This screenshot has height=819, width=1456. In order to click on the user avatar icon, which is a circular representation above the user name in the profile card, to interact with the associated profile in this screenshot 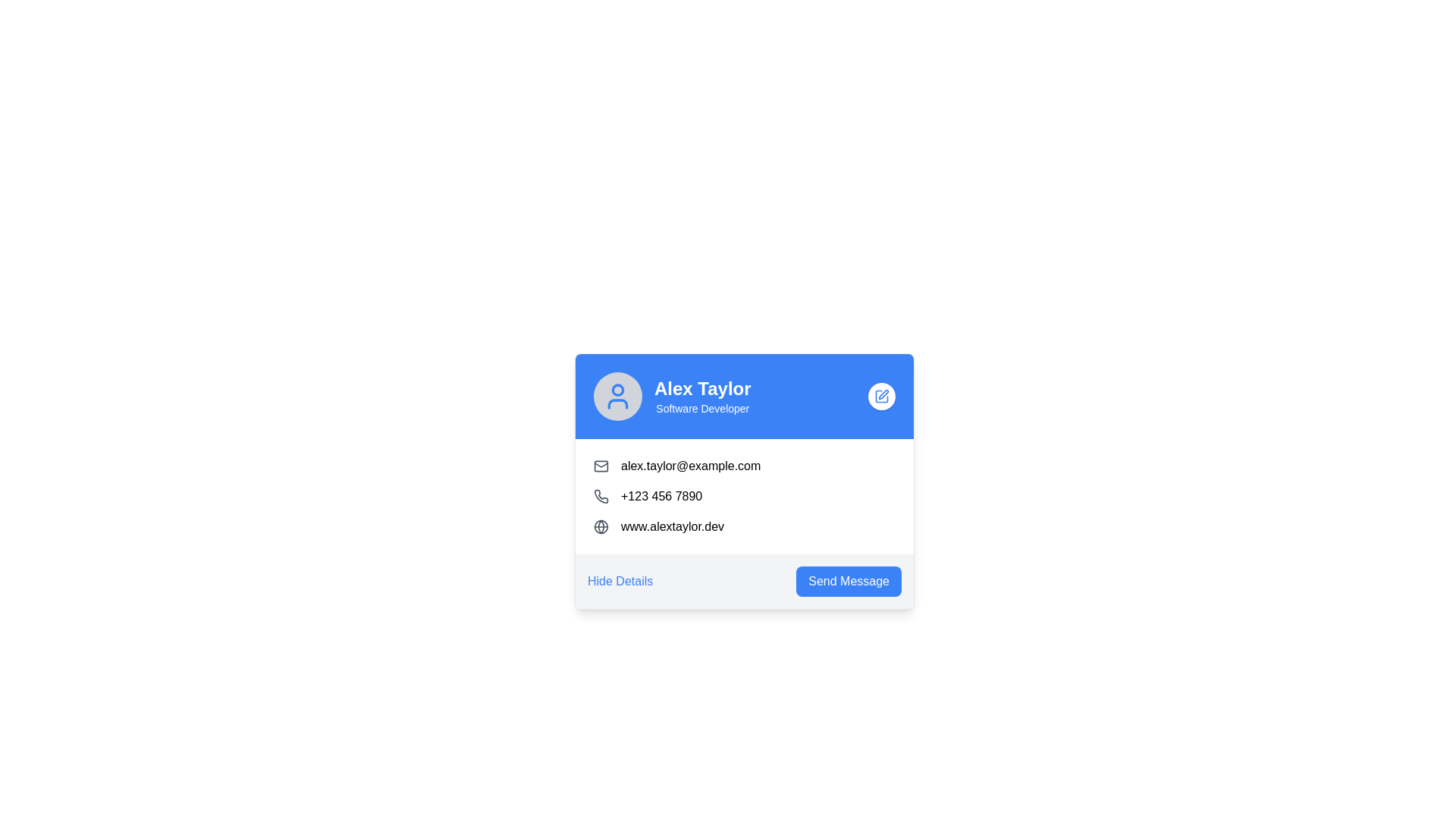, I will do `click(618, 396)`.